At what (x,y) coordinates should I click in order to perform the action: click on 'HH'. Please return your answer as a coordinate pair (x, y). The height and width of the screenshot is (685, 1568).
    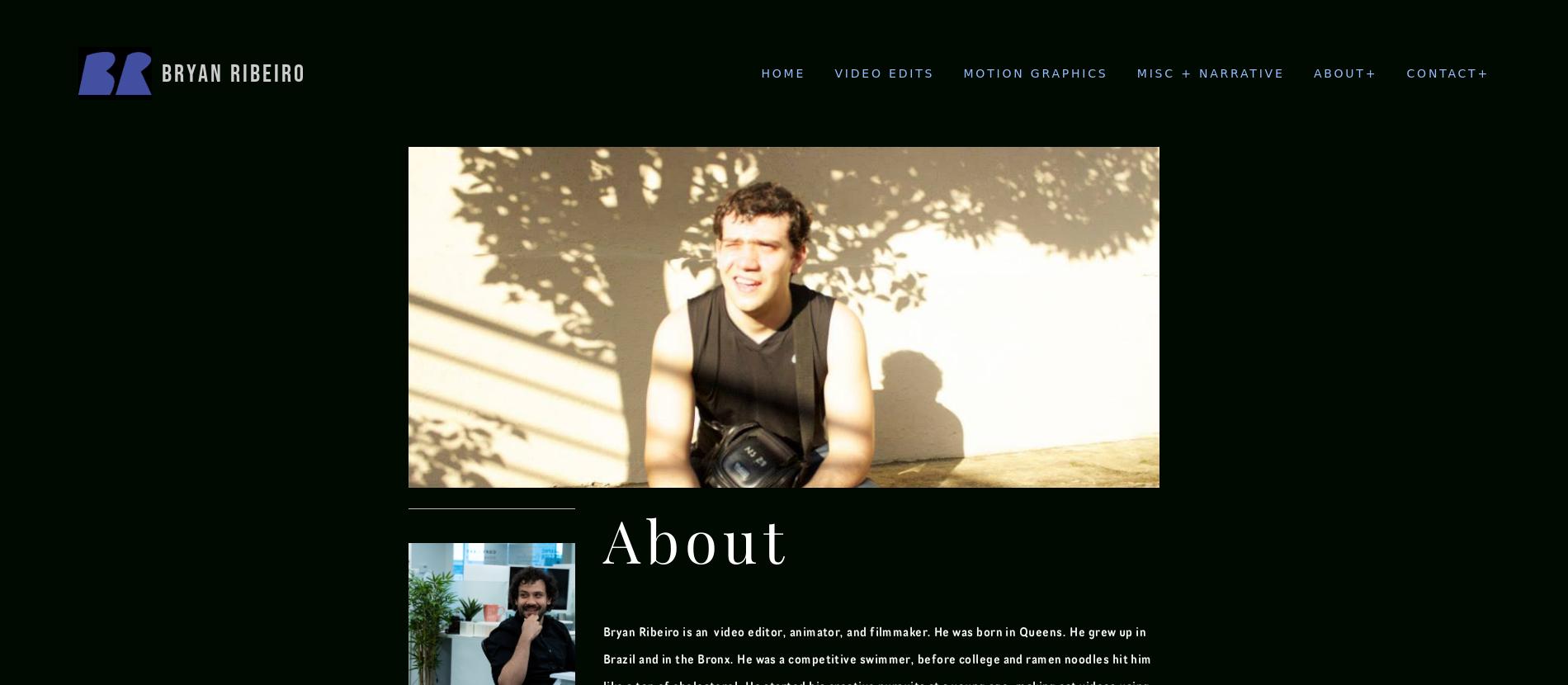
    Looking at the image, I should click on (1146, 120).